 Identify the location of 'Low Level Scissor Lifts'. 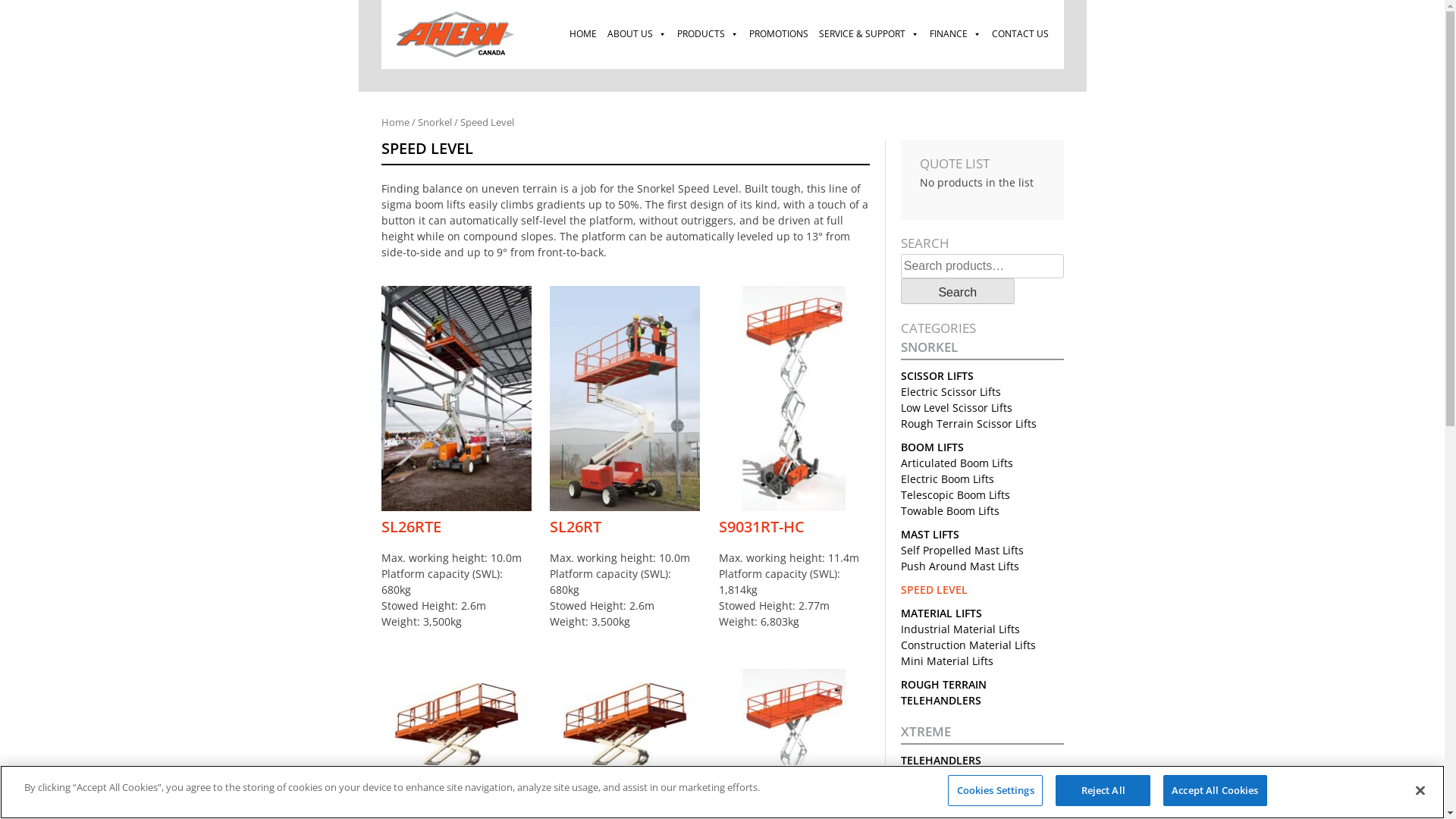
(955, 406).